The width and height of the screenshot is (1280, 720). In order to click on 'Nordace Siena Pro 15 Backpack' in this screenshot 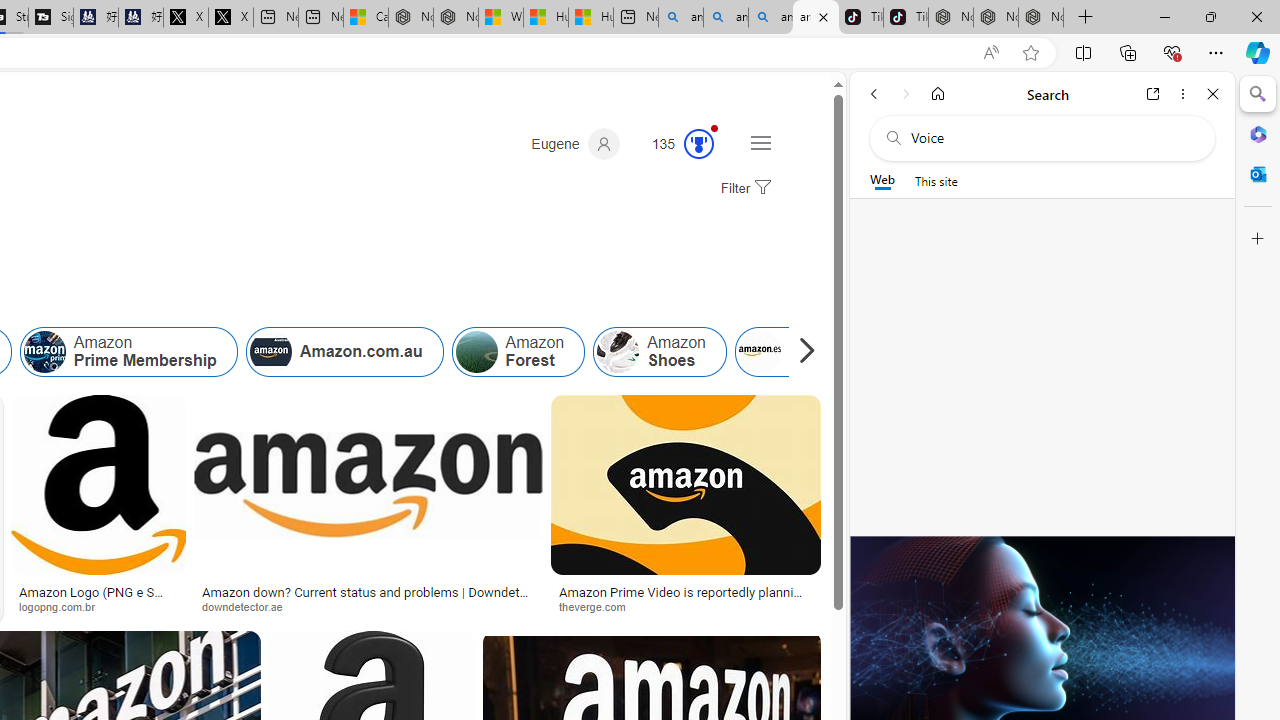, I will do `click(995, 17)`.